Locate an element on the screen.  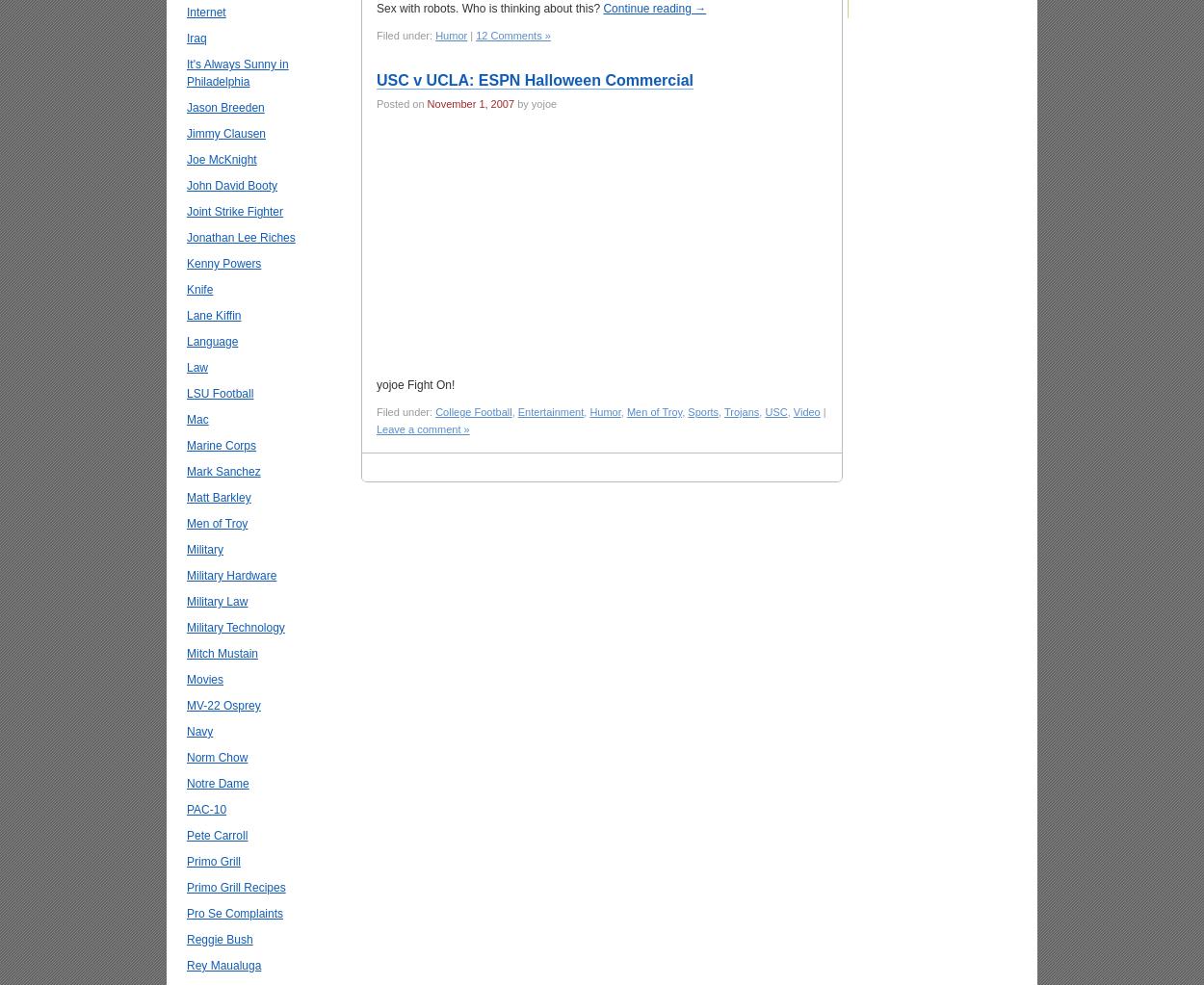
'Mark Sanchez' is located at coordinates (222, 472).